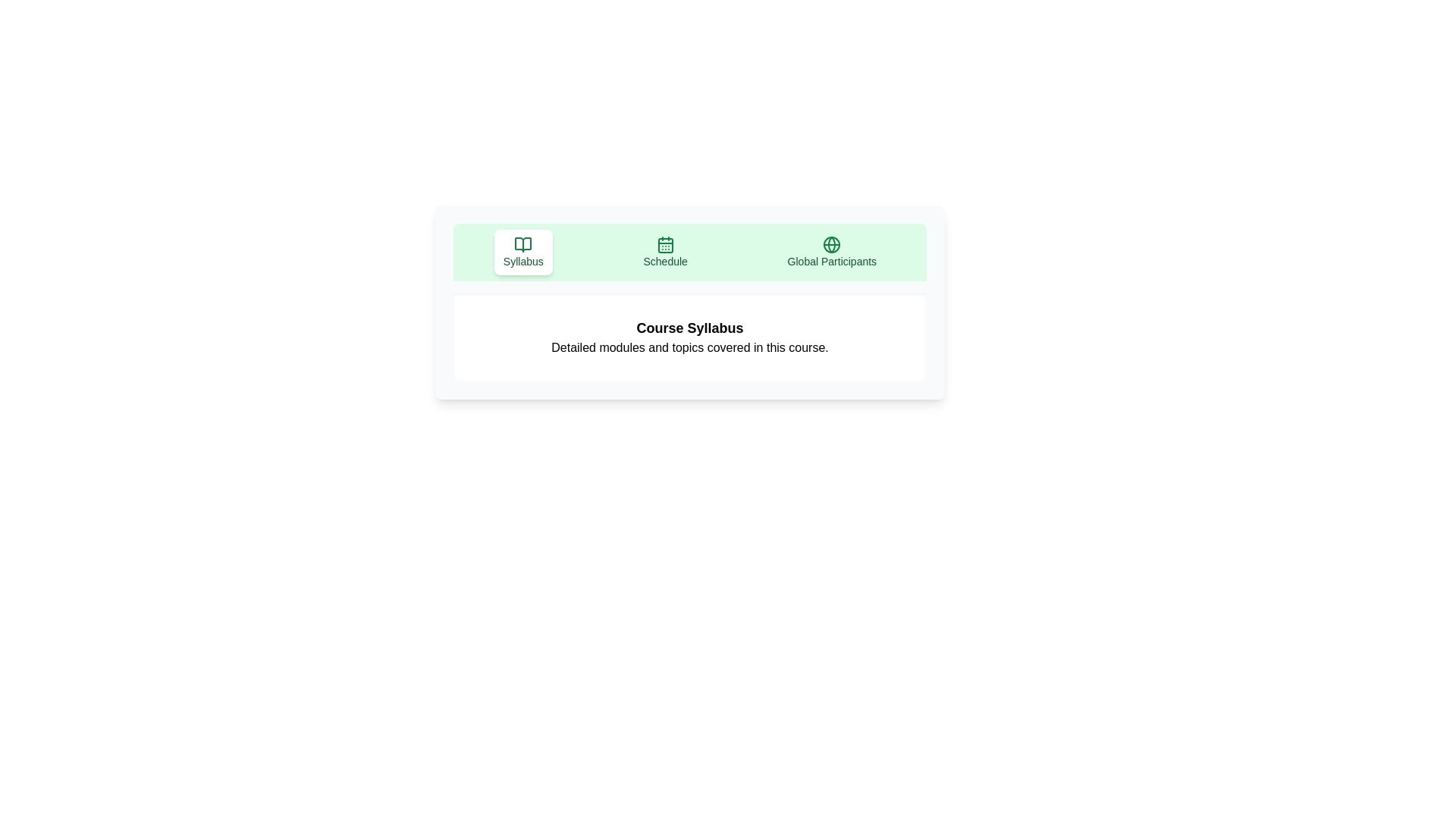 The image size is (1456, 819). What do you see at coordinates (665, 251) in the screenshot?
I see `the Schedule tab to view its content` at bounding box center [665, 251].